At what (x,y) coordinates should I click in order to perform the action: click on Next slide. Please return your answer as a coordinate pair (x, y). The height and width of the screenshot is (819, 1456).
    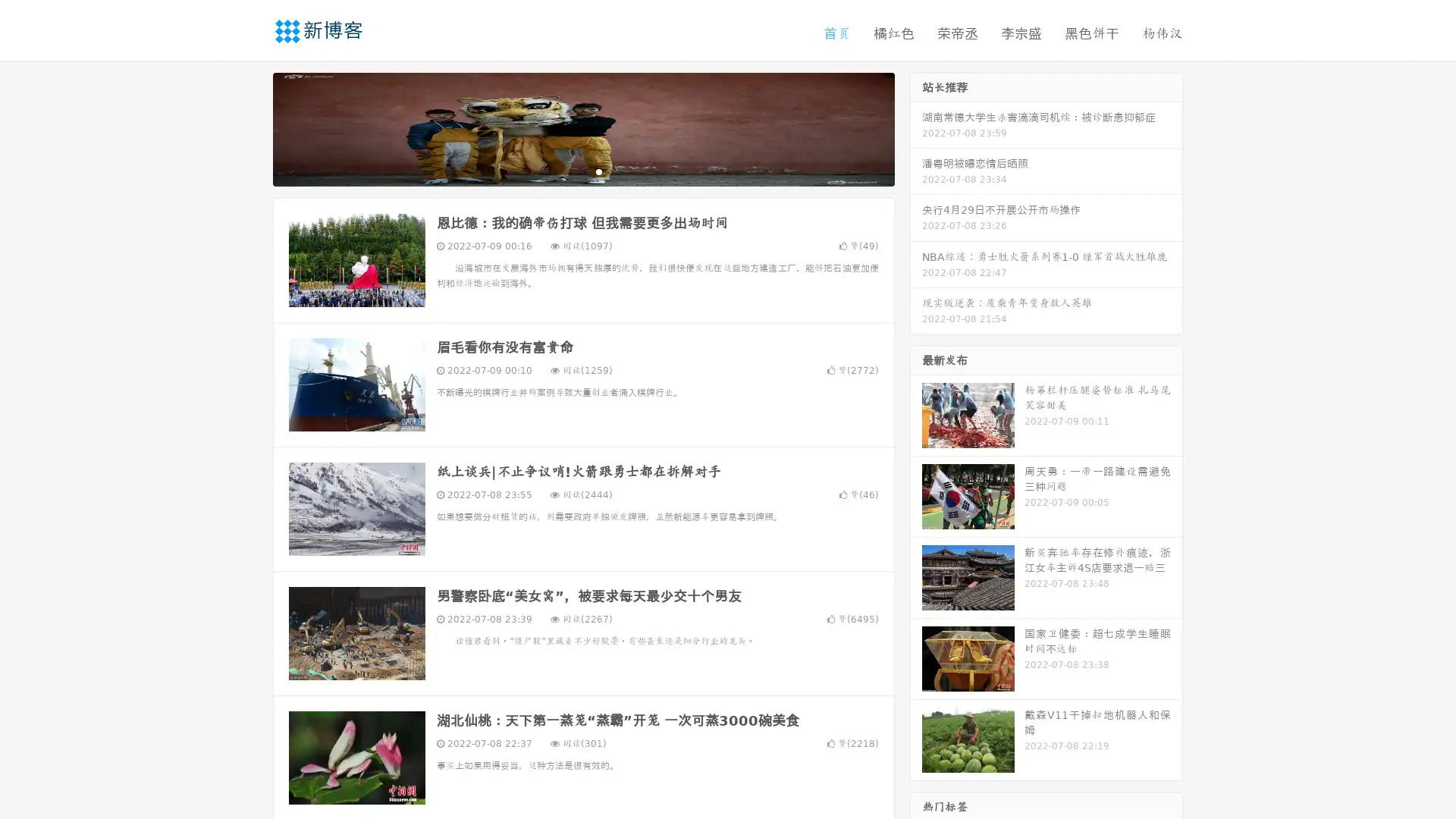
    Looking at the image, I should click on (916, 127).